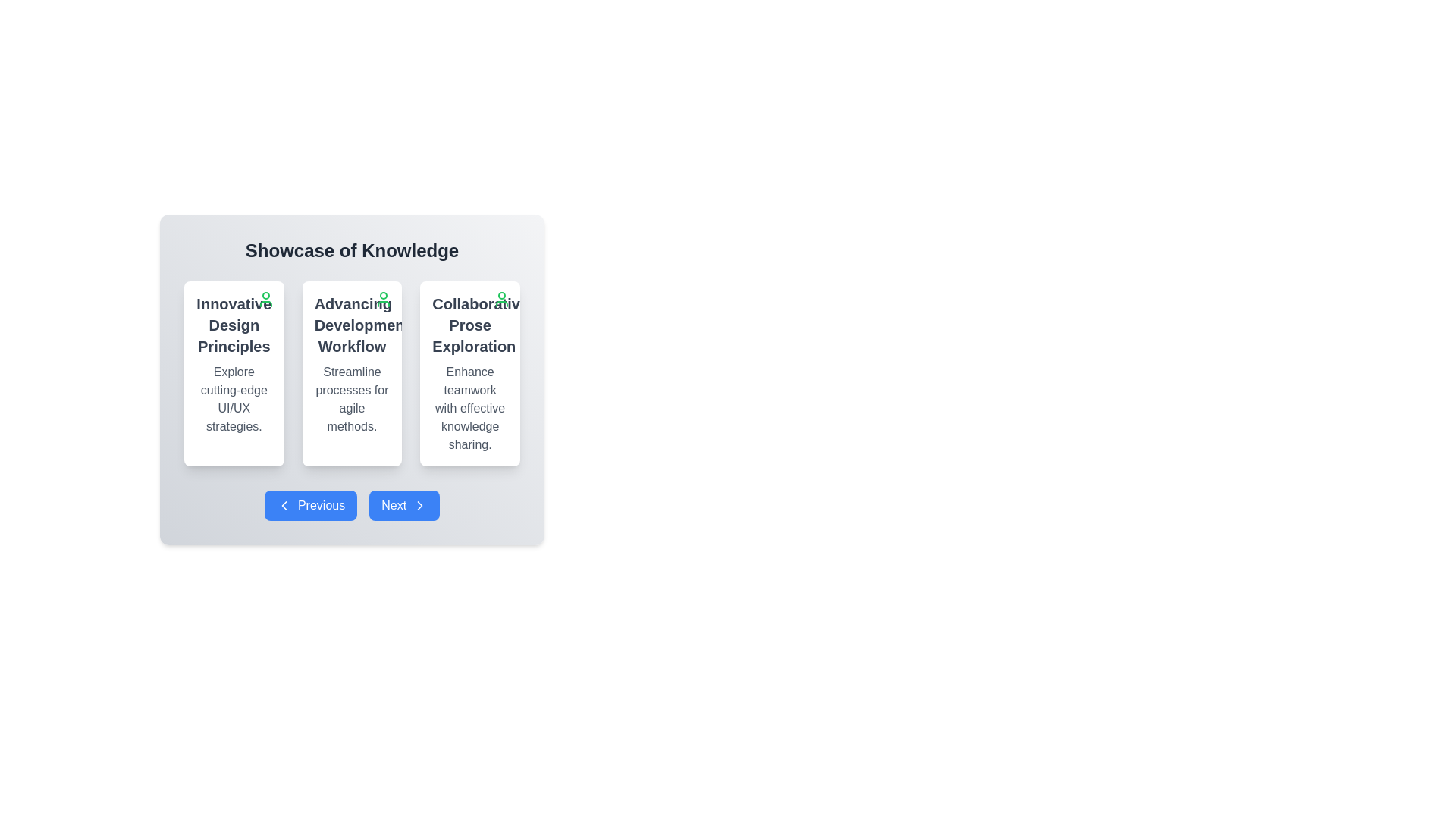 This screenshot has height=819, width=1456. Describe the element at coordinates (420, 506) in the screenshot. I see `the chevron icon on the rightmost side of the 'Next' button at the bottom center of the interface` at that location.